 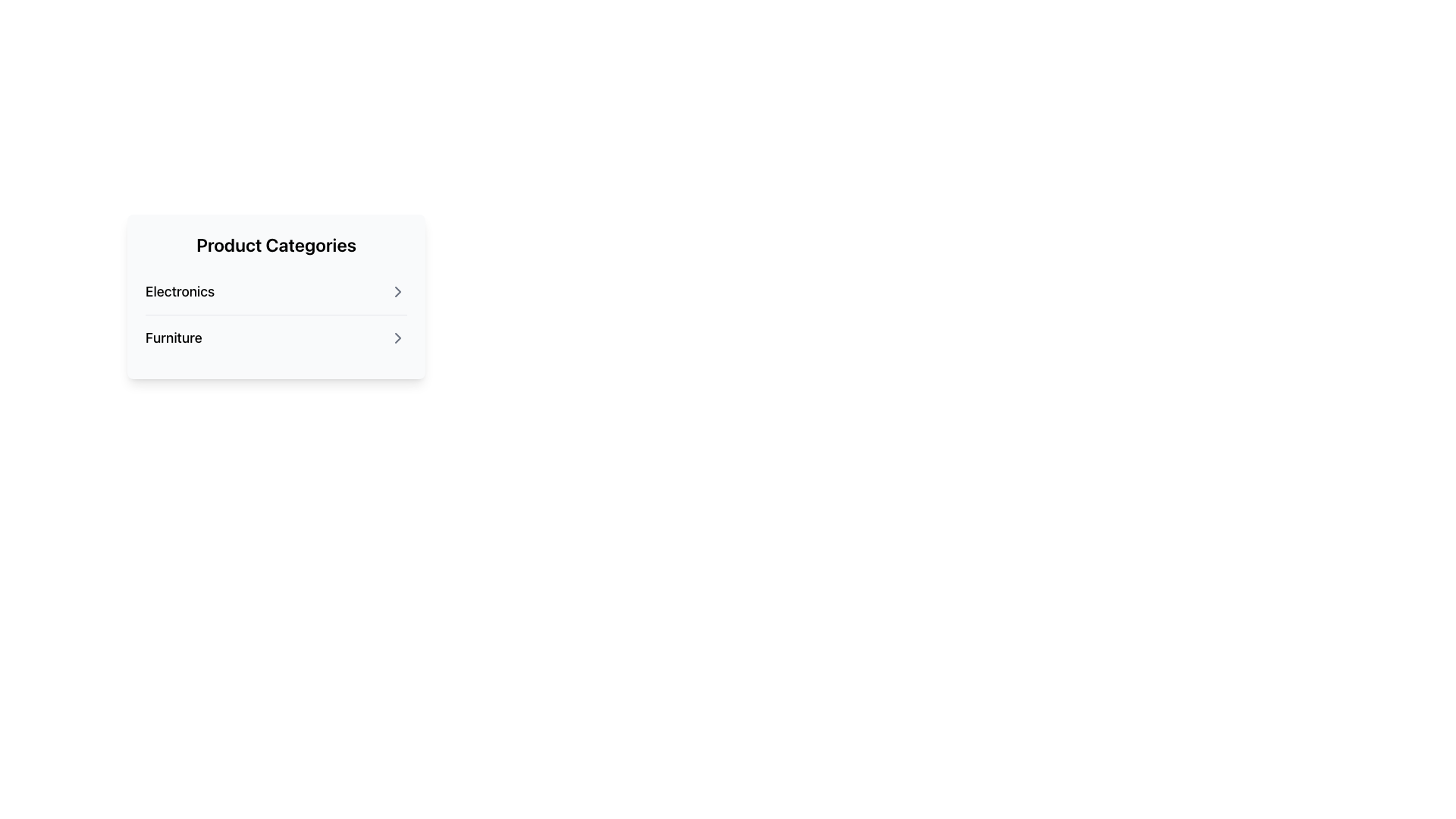 What do you see at coordinates (174, 337) in the screenshot?
I see `the 'Furniture' text label, which is located in the bottom row of a list within a white card labeled 'Product Categories'` at bounding box center [174, 337].